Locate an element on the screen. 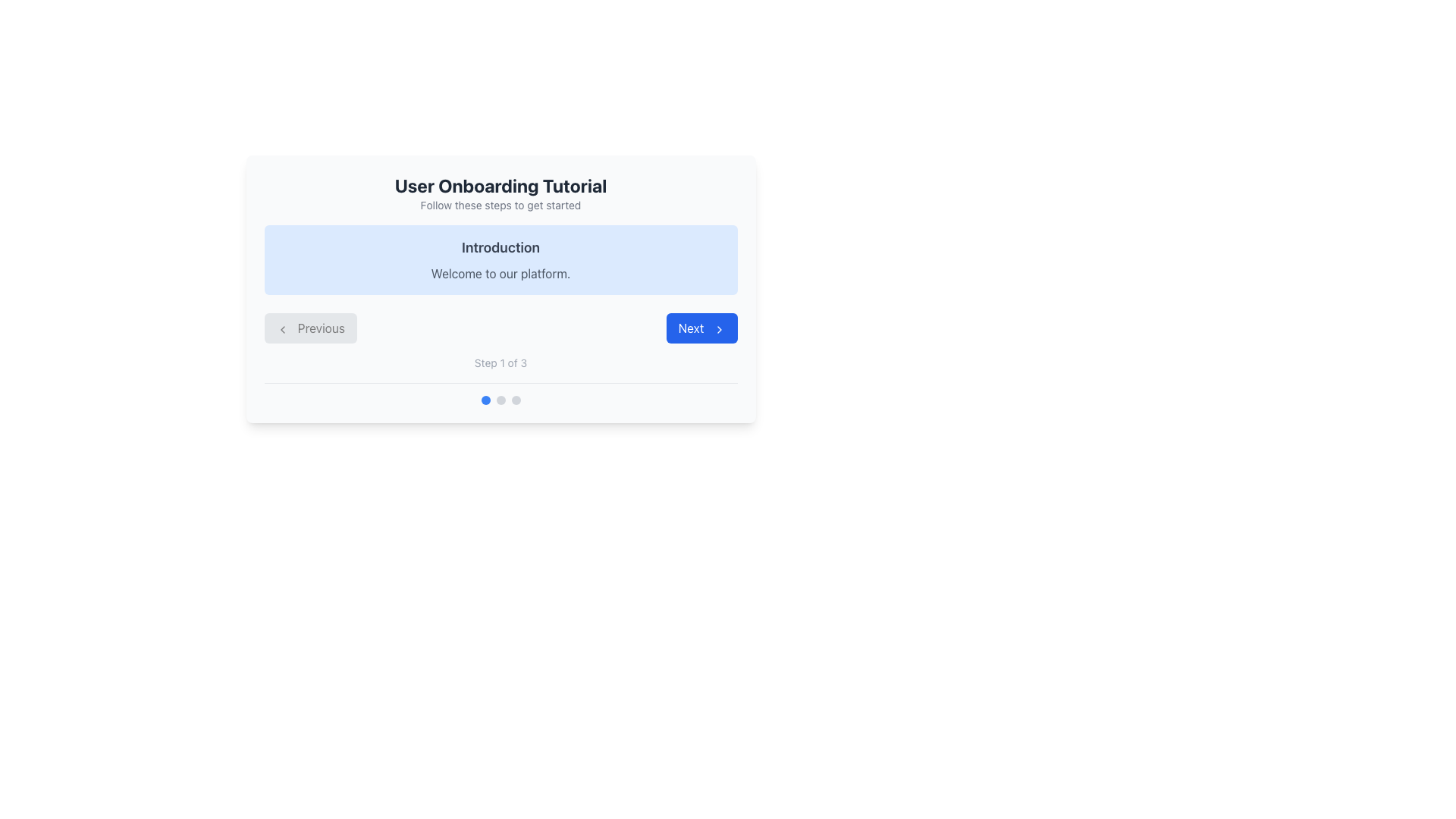 The image size is (1456, 819). the pagination indicators (dots) located in the 'User Onboarding Tutorial' section is located at coordinates (500, 393).